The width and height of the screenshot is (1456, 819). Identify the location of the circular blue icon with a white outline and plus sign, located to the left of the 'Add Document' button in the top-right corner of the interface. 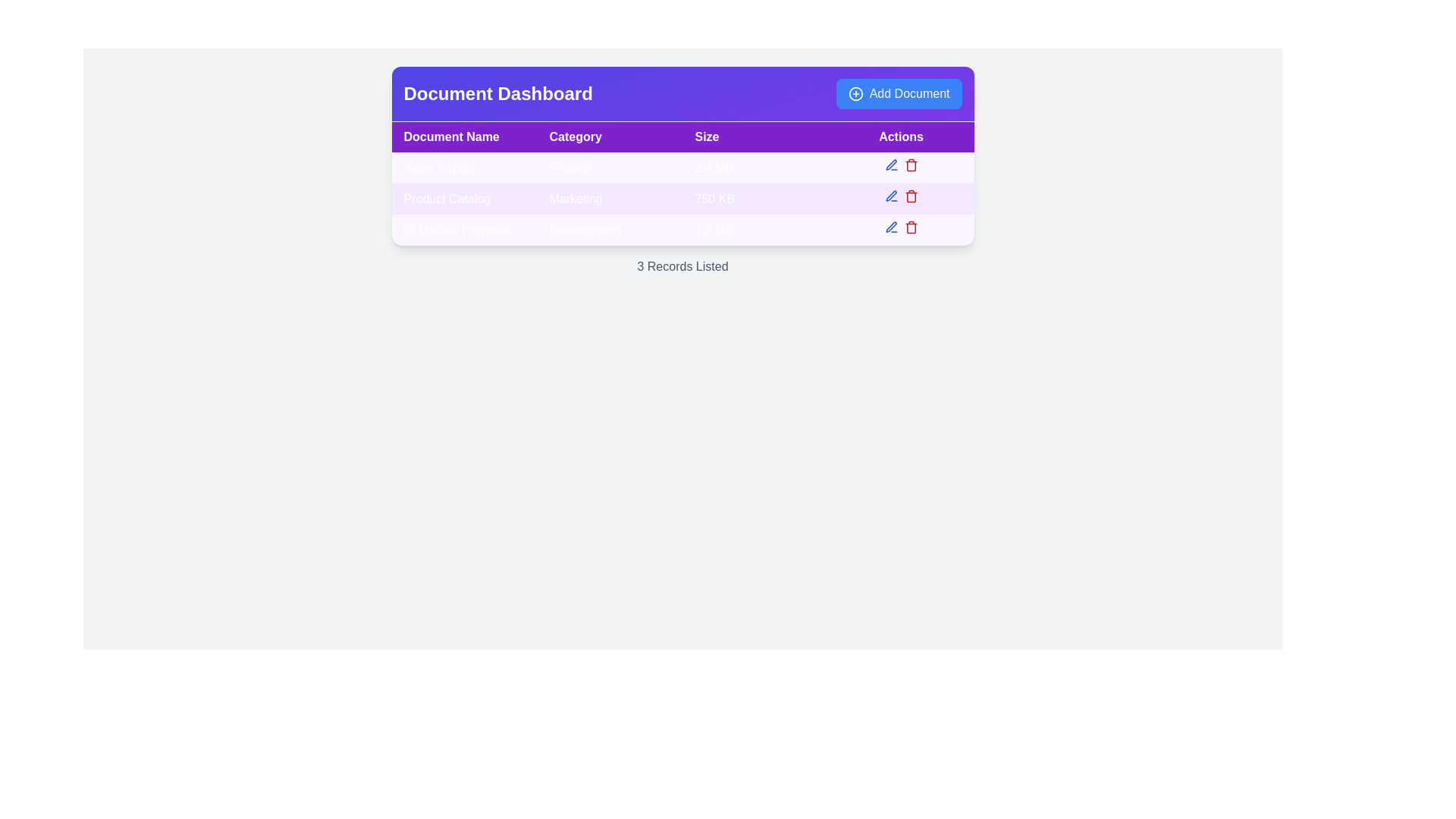
(855, 93).